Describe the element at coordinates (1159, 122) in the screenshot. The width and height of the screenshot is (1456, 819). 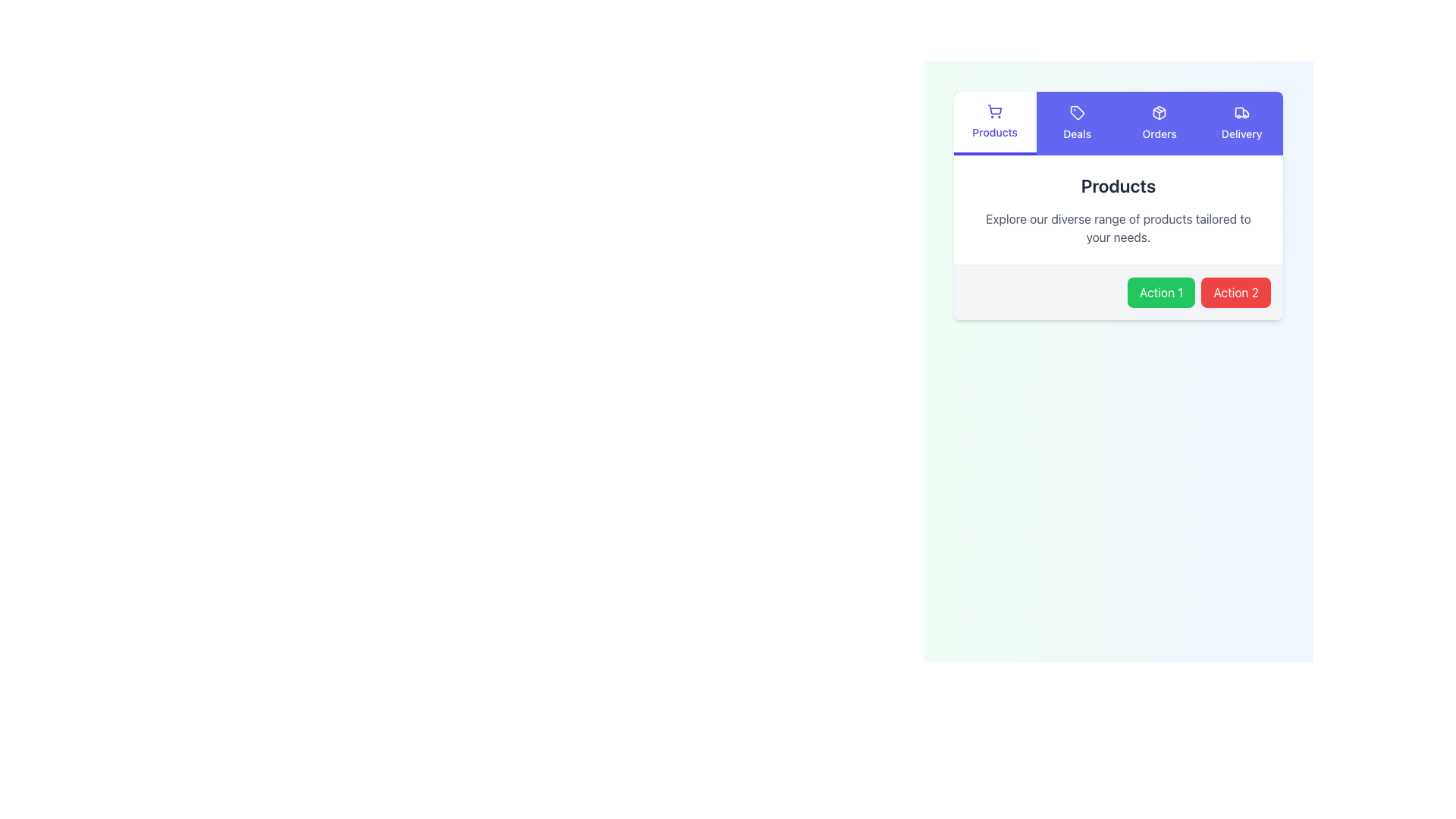
I see `the 'Orders' menu item in the navigation bar` at that location.